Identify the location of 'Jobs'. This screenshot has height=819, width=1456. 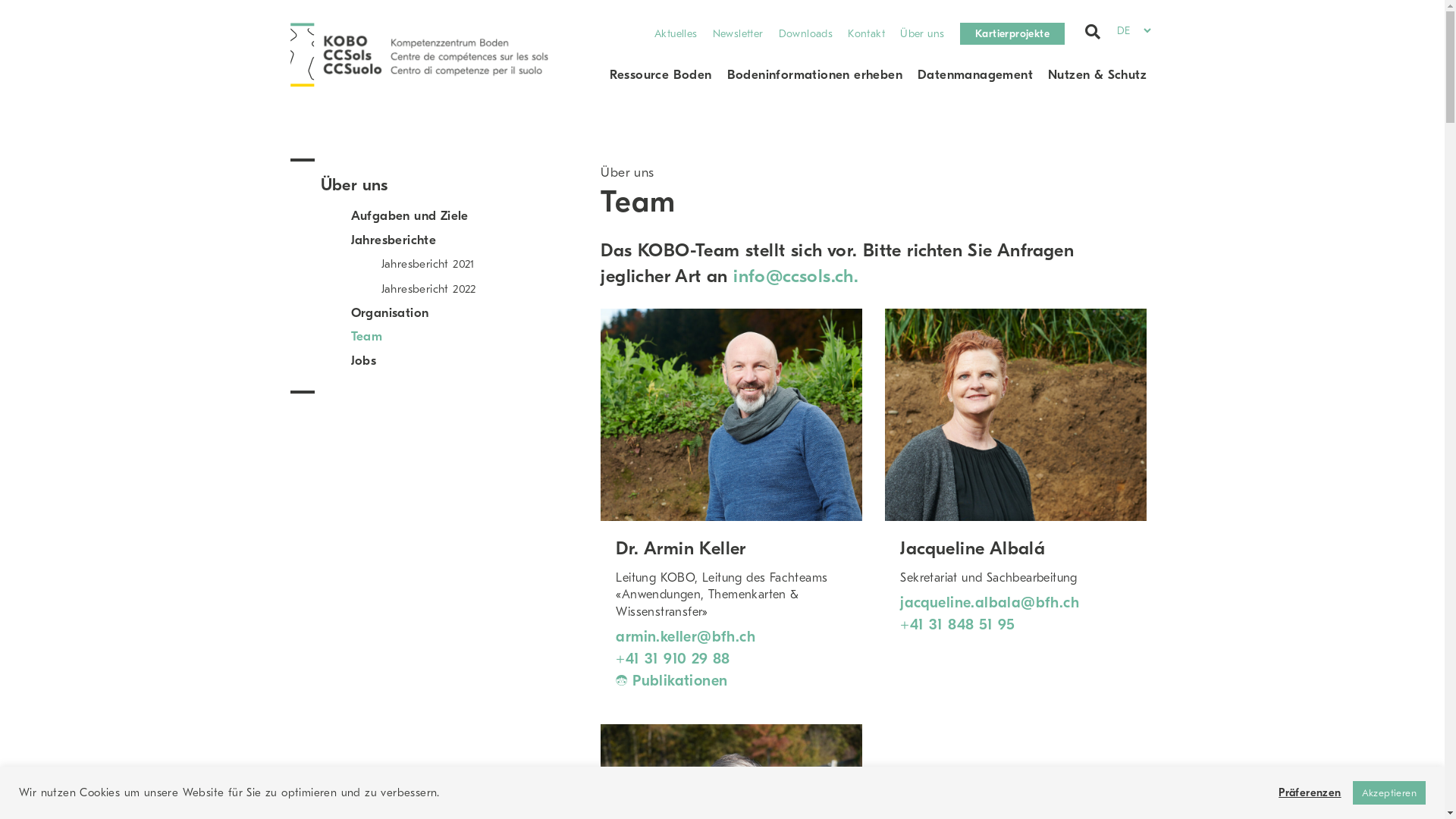
(362, 360).